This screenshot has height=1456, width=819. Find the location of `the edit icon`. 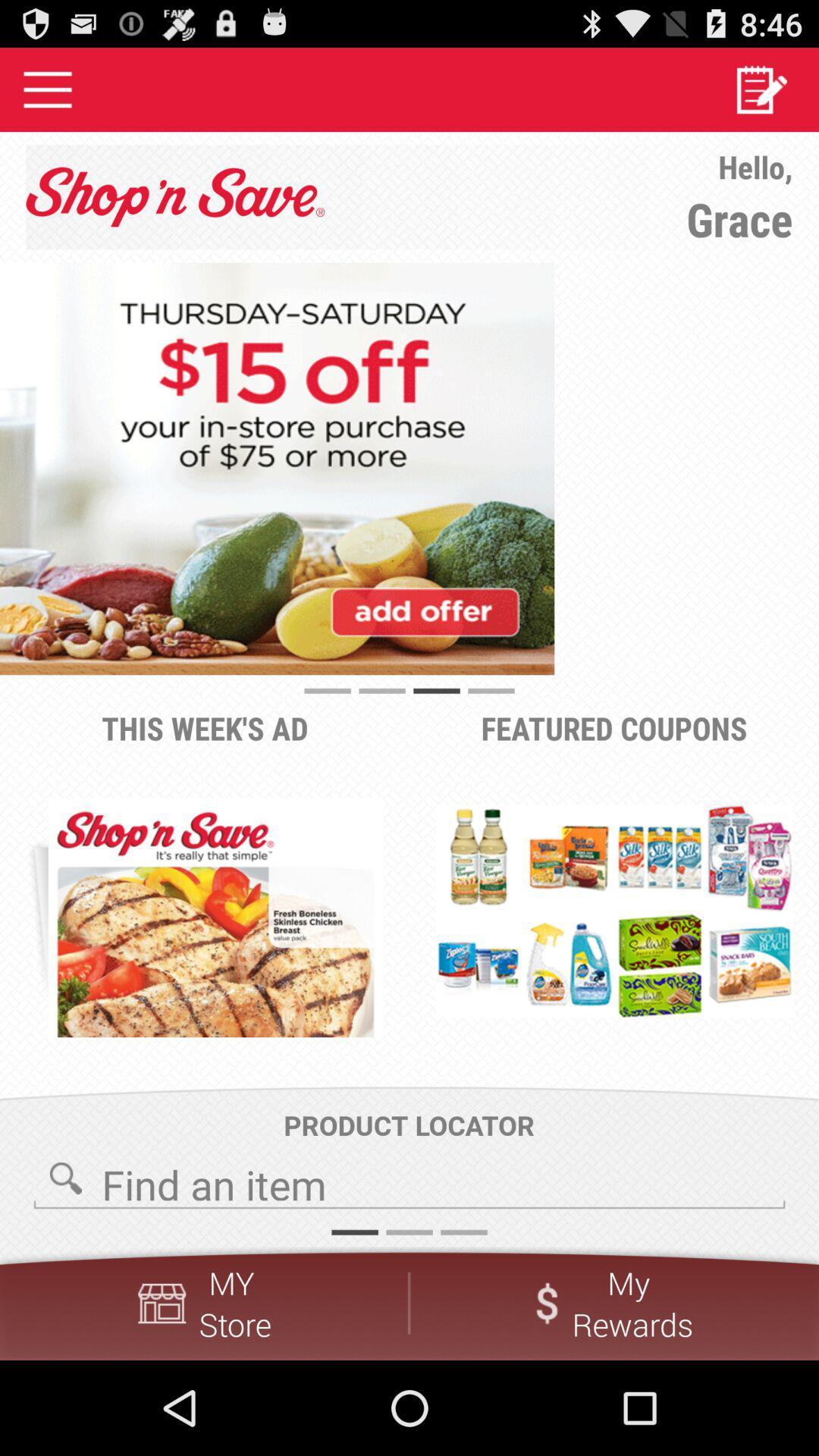

the edit icon is located at coordinates (761, 95).